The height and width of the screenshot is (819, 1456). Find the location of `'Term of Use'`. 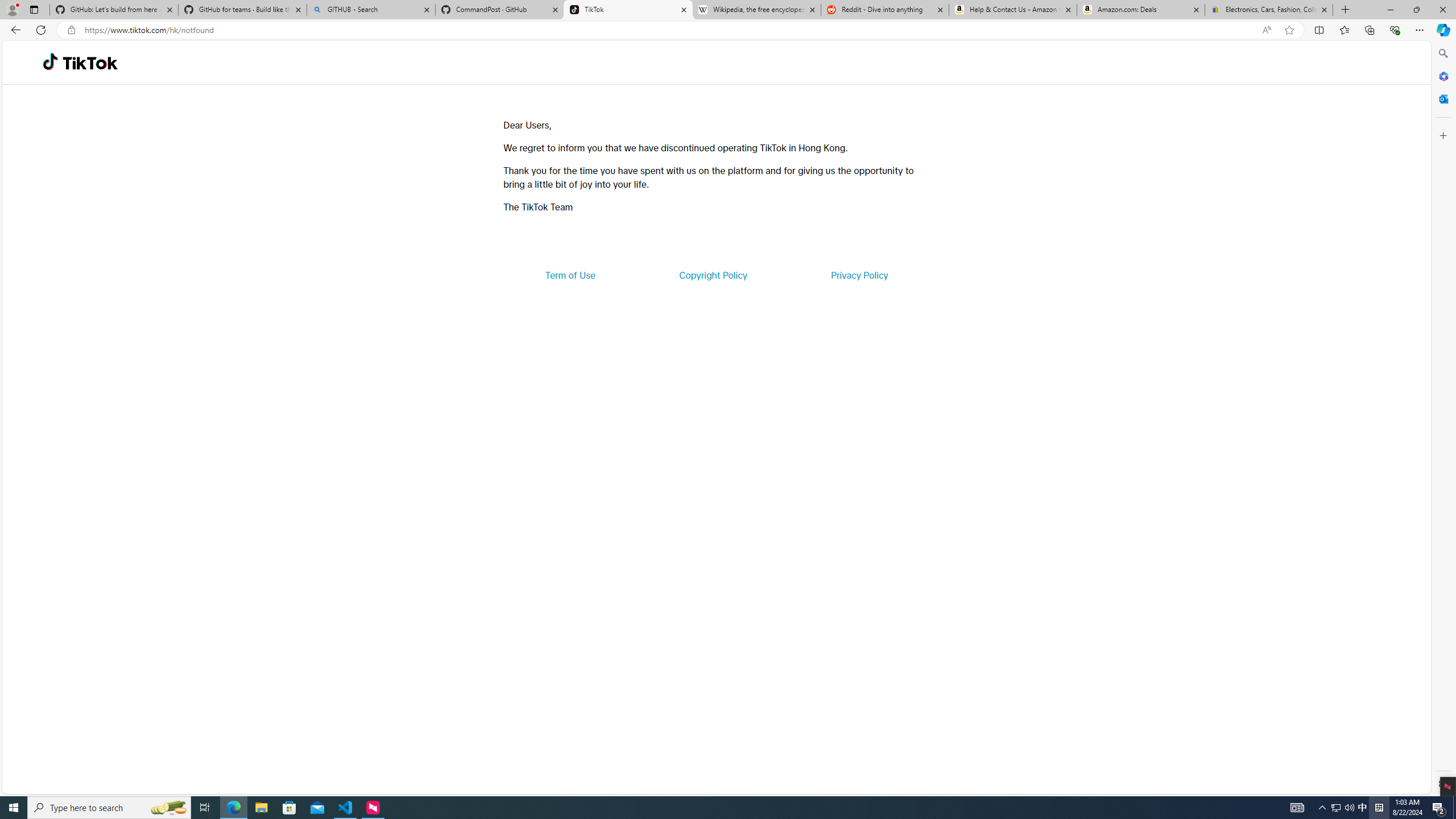

'Term of Use' is located at coordinates (570, 274).